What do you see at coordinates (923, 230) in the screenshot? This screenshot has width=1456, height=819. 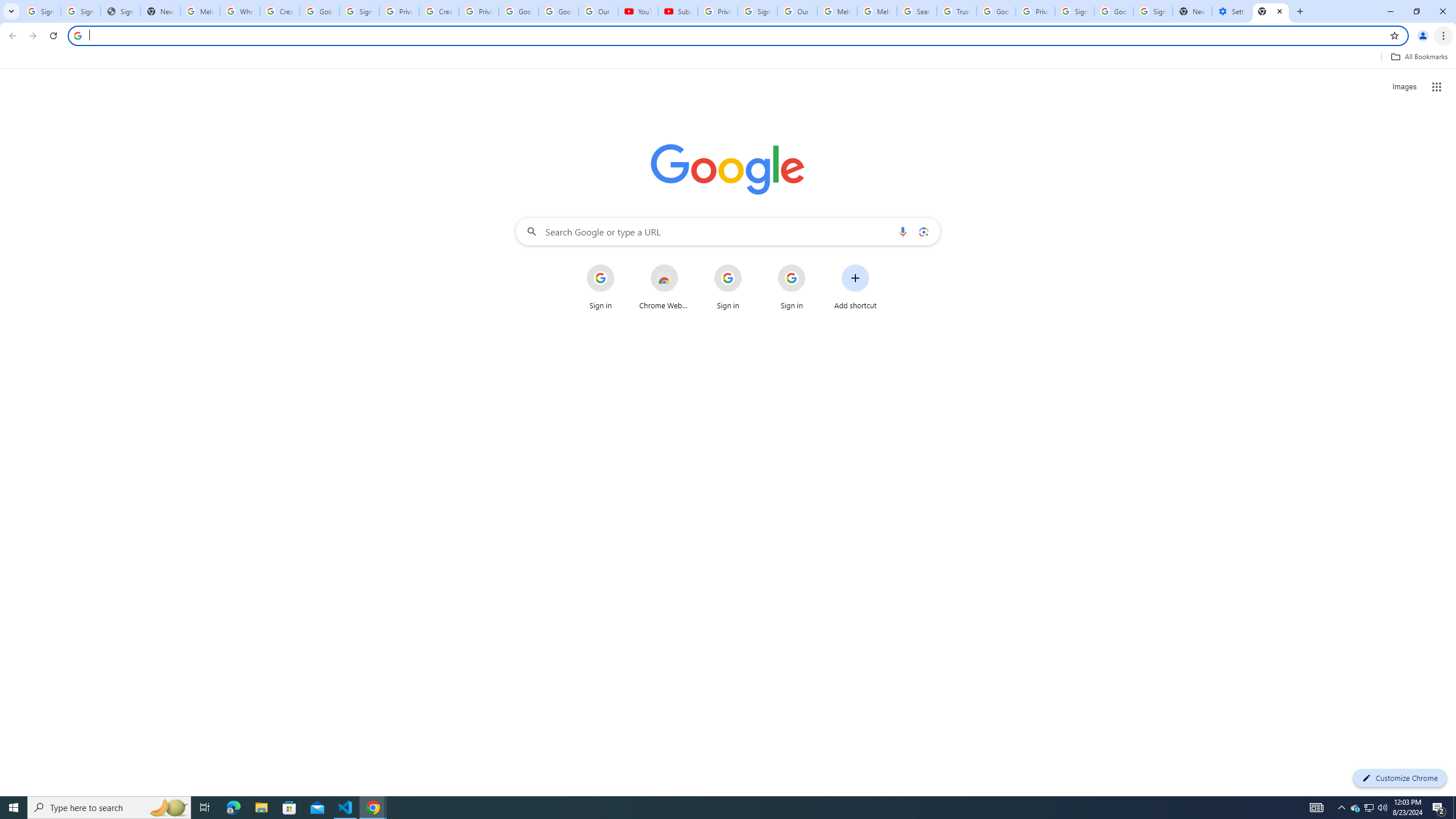 I see `'Search by image'` at bounding box center [923, 230].